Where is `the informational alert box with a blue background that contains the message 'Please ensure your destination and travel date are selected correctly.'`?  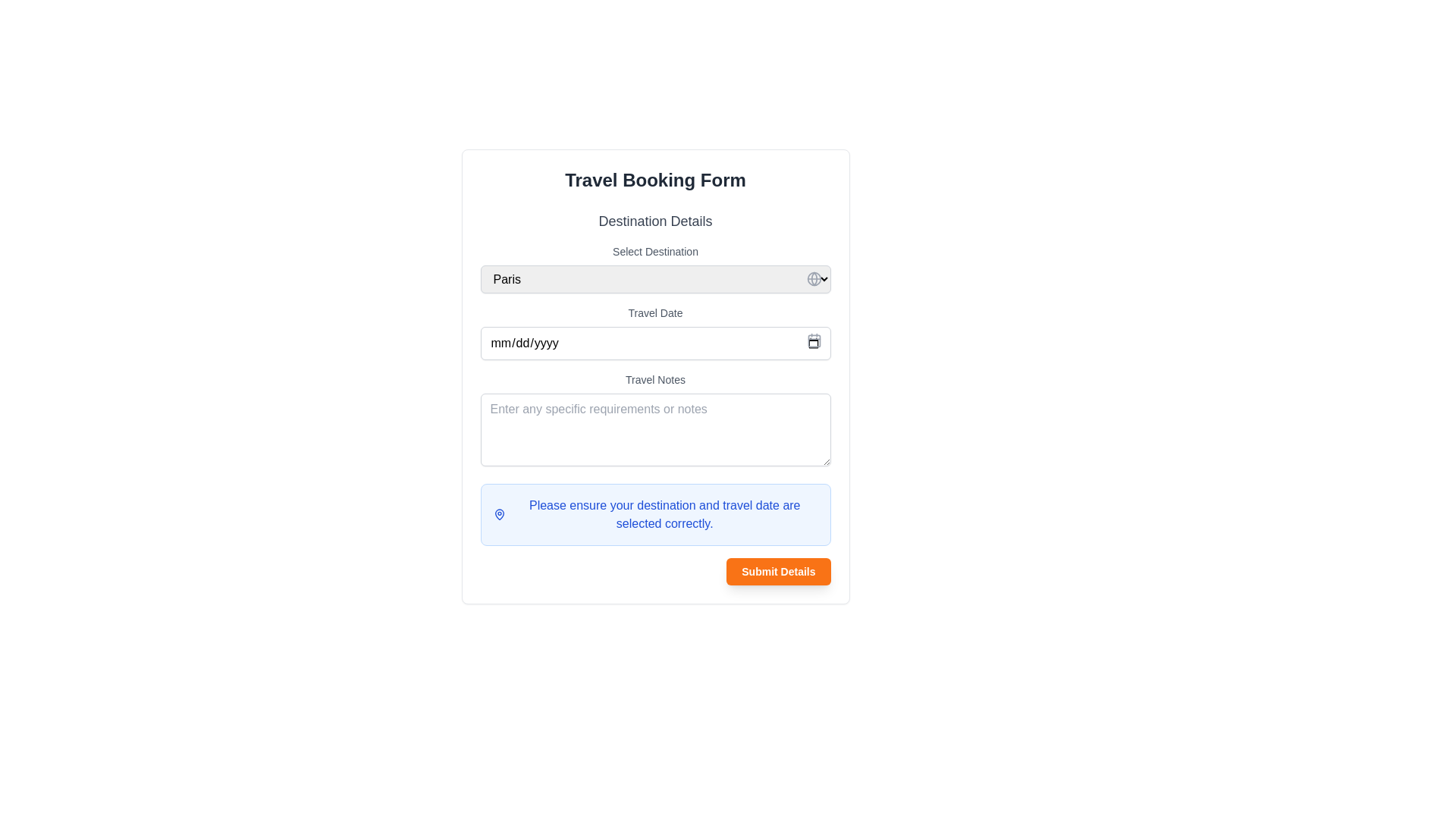
the informational alert box with a blue background that contains the message 'Please ensure your destination and travel date are selected correctly.' is located at coordinates (655, 513).